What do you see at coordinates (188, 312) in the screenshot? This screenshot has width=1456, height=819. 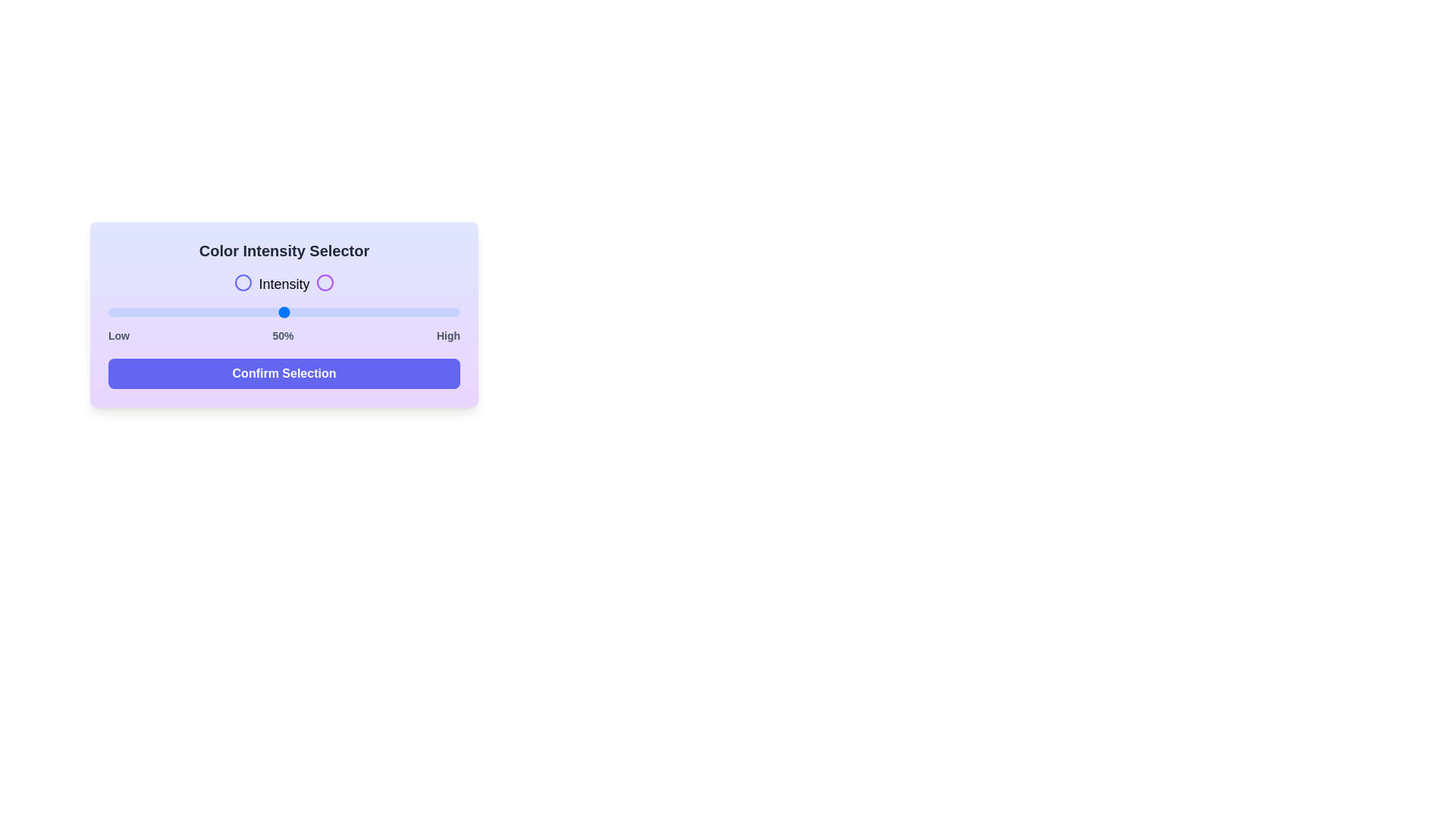 I see `the slider to set the intensity to 23%` at bounding box center [188, 312].